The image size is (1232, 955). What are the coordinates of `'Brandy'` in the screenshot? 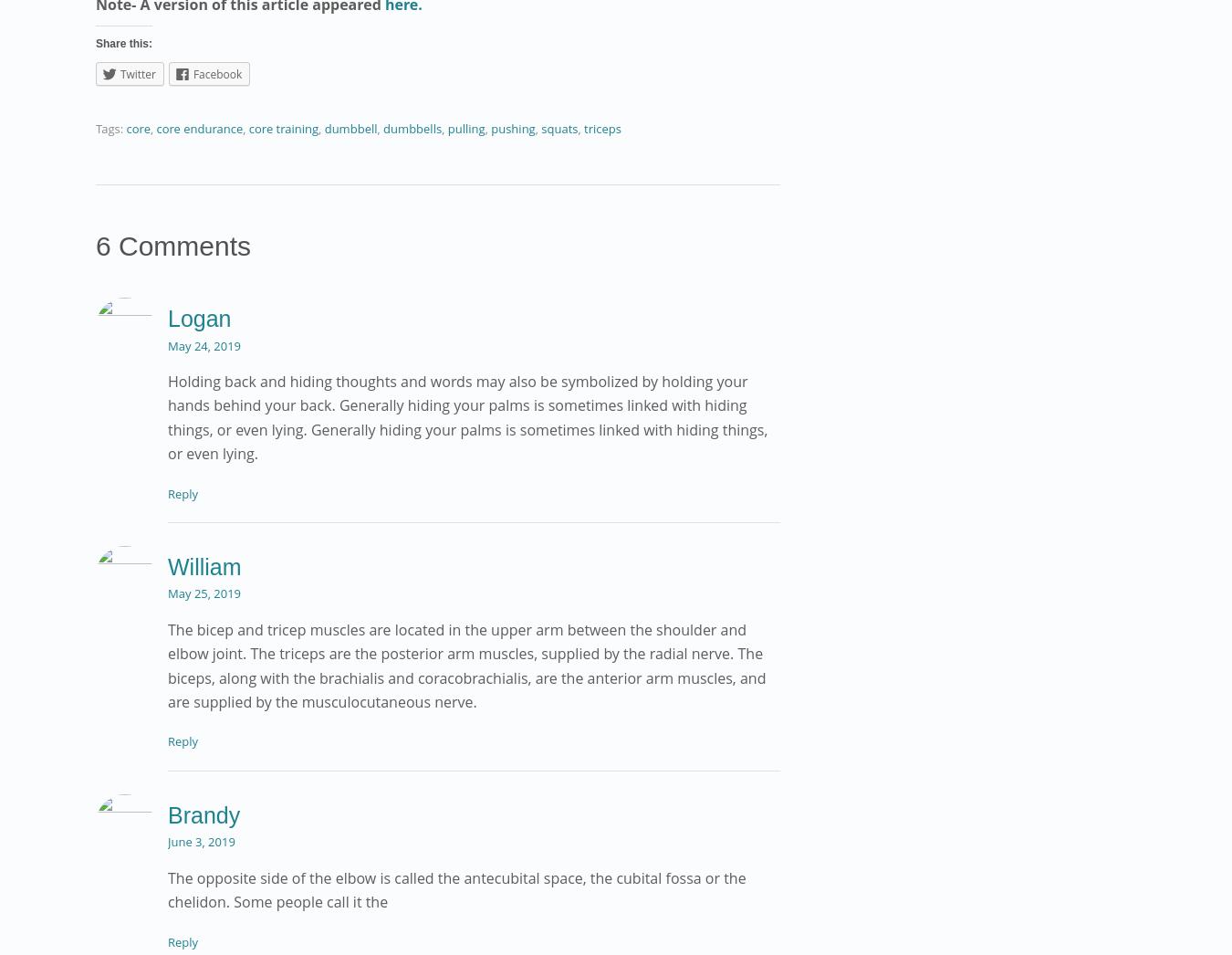 It's located at (204, 814).